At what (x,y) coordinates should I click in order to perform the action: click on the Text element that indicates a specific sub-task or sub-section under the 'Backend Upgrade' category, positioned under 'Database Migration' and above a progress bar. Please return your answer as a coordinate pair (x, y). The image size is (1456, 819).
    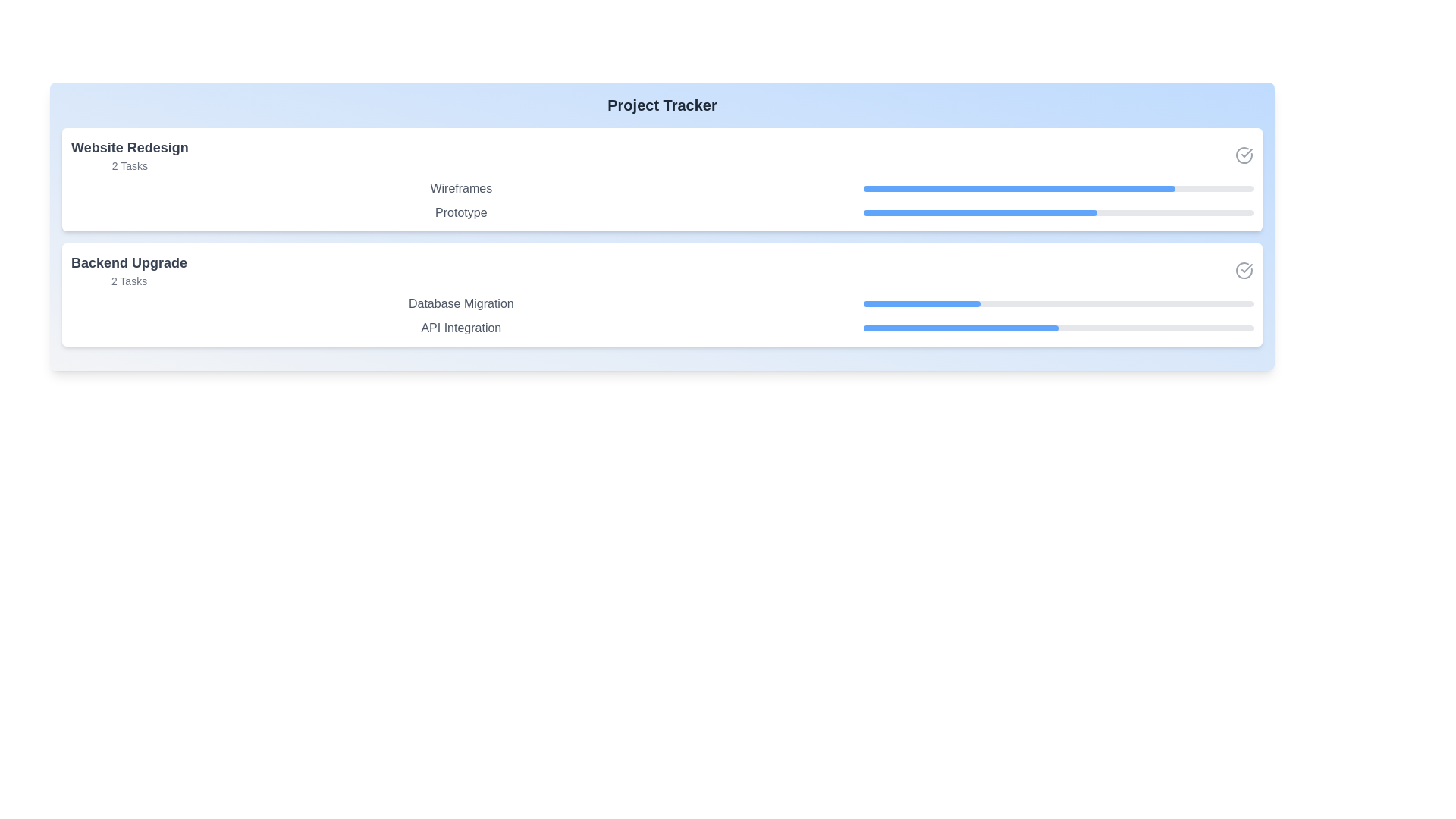
    Looking at the image, I should click on (460, 327).